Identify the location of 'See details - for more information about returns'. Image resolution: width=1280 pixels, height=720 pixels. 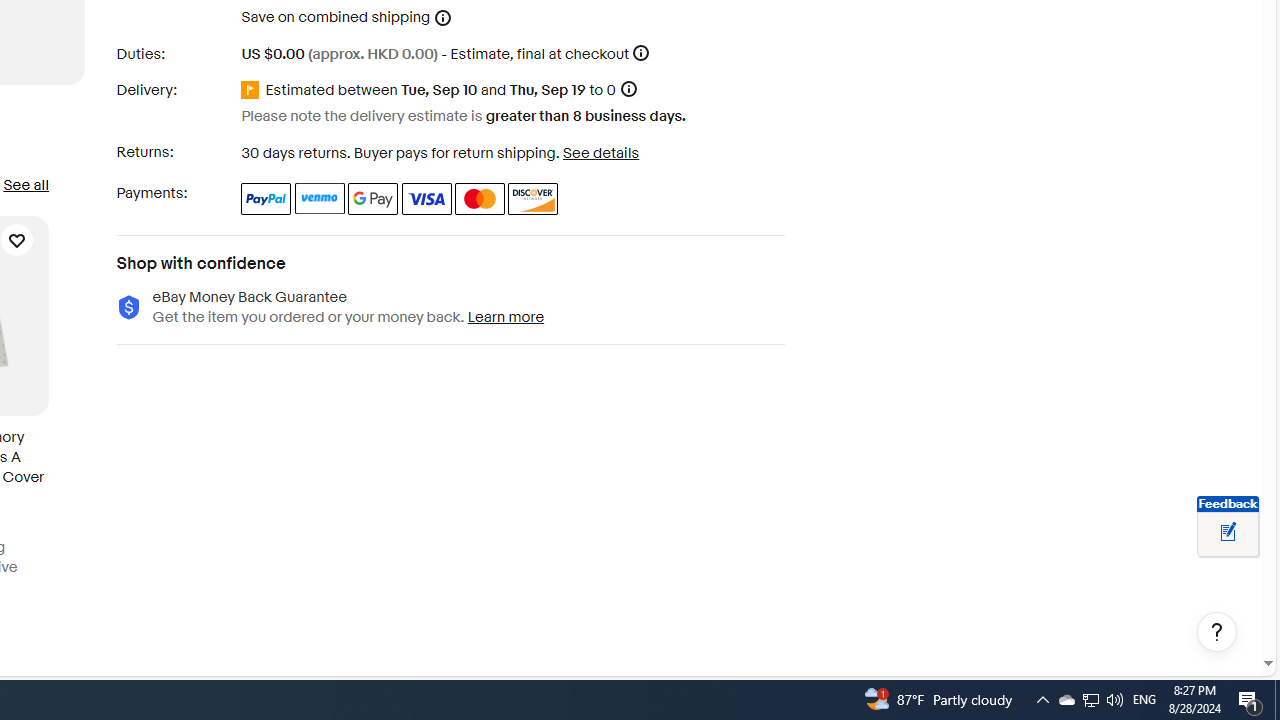
(599, 152).